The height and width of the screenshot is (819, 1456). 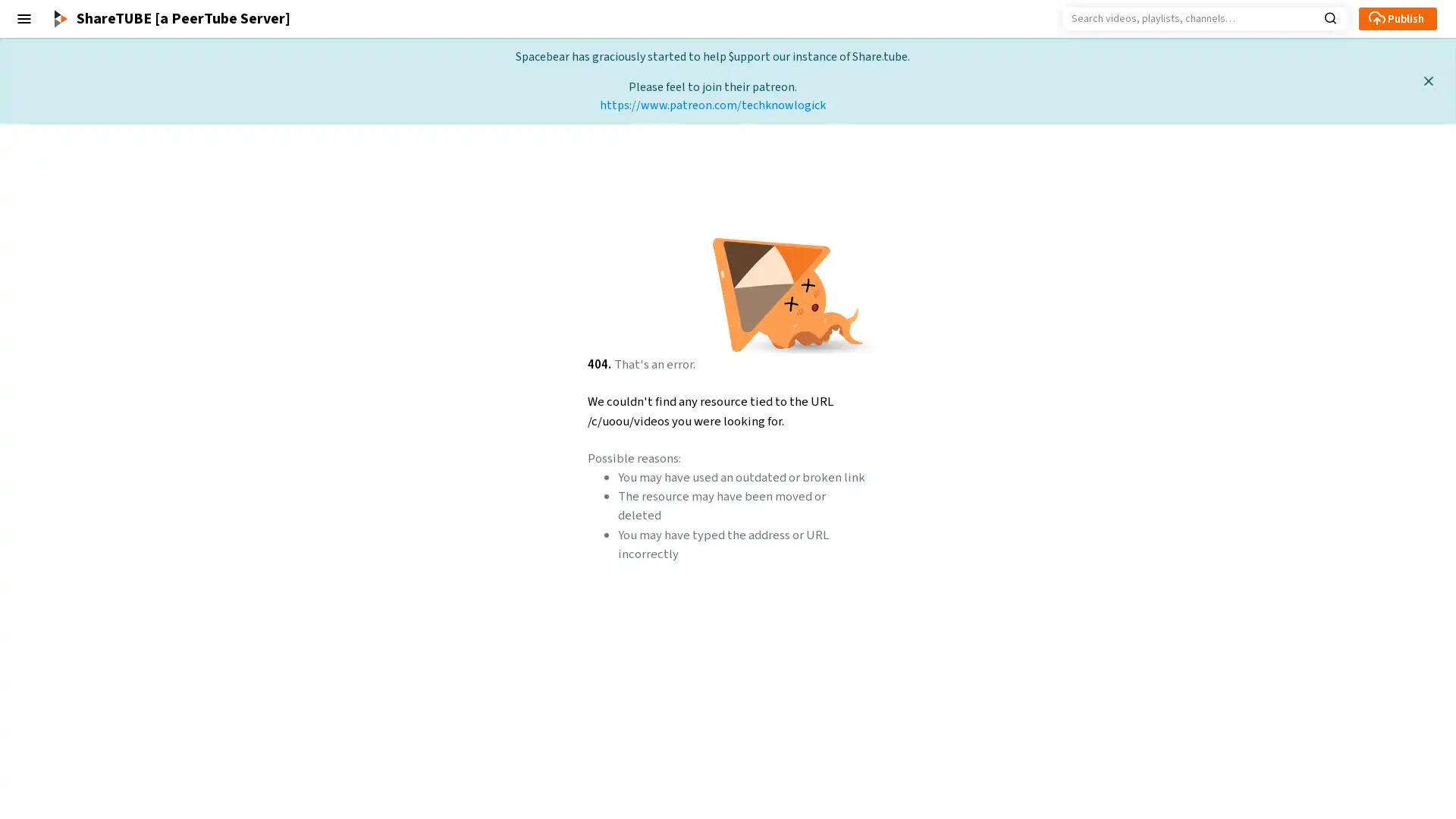 I want to click on Interface: English, so click(x=55, y=748).